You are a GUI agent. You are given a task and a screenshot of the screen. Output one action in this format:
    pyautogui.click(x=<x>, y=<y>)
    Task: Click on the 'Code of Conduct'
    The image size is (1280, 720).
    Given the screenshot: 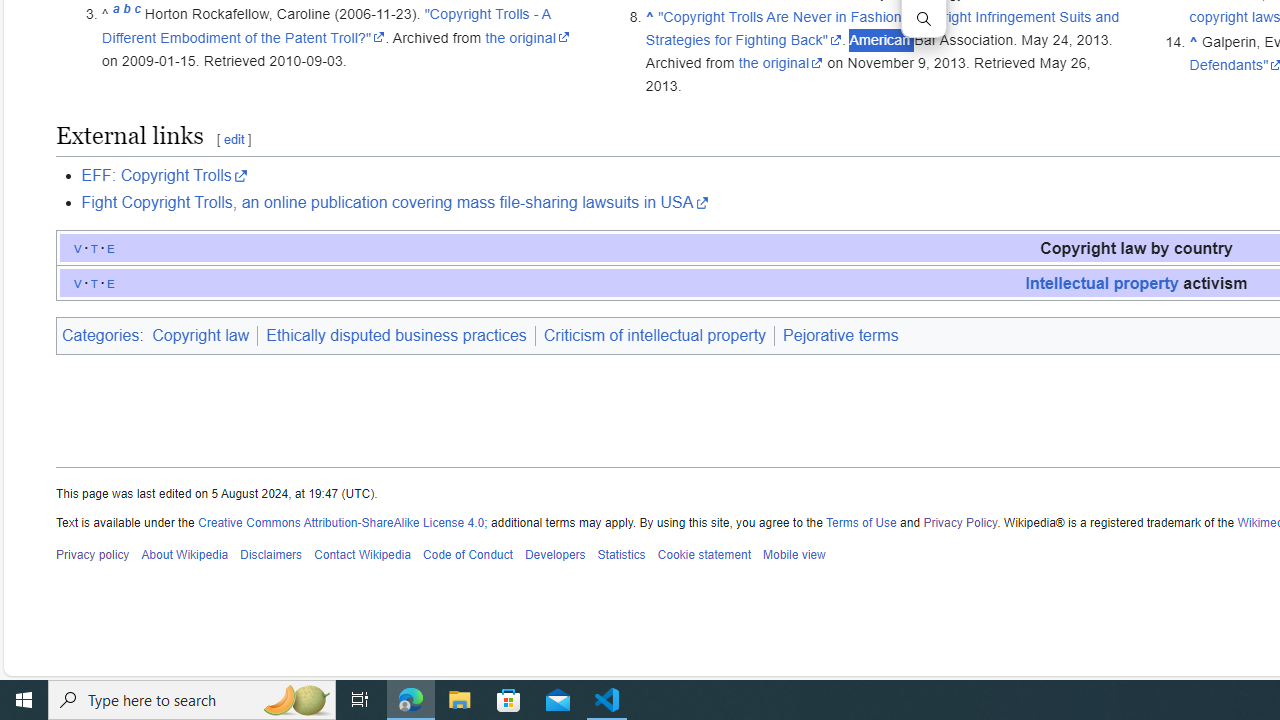 What is the action you would take?
    pyautogui.click(x=466, y=555)
    